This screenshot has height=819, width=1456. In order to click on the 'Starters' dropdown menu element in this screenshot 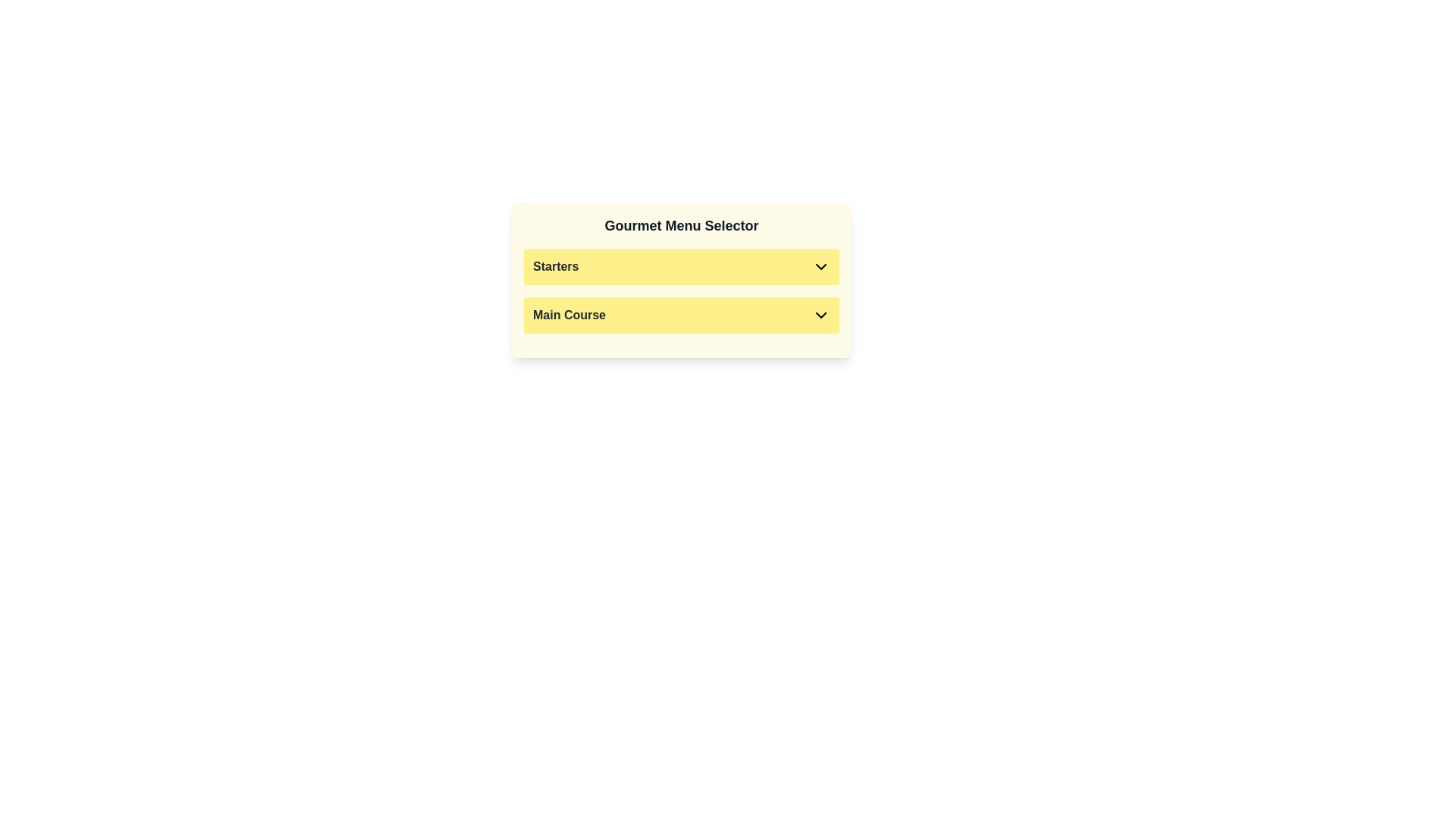, I will do `click(680, 265)`.